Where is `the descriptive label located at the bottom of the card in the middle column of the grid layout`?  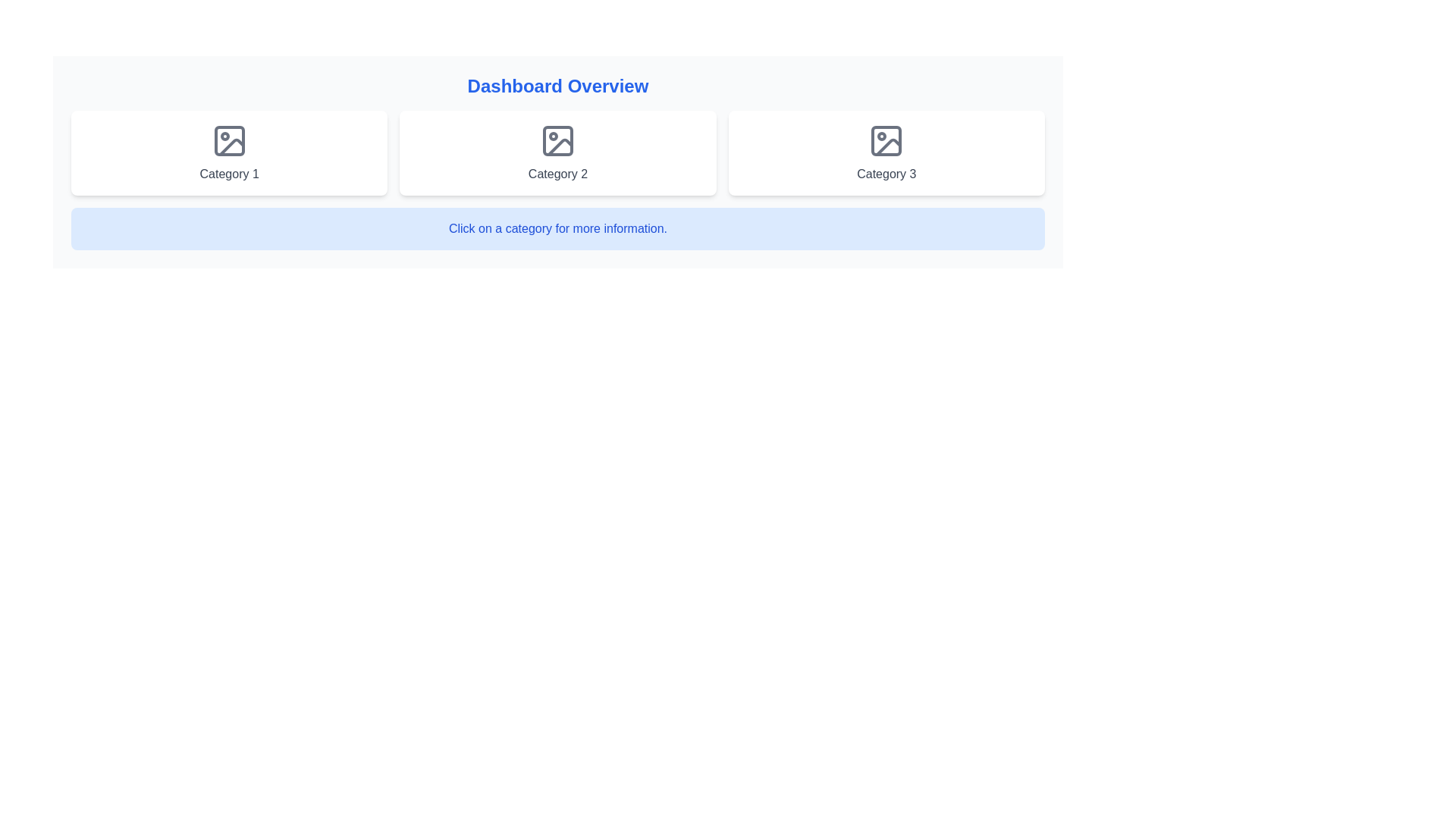 the descriptive label located at the bottom of the card in the middle column of the grid layout is located at coordinates (557, 174).